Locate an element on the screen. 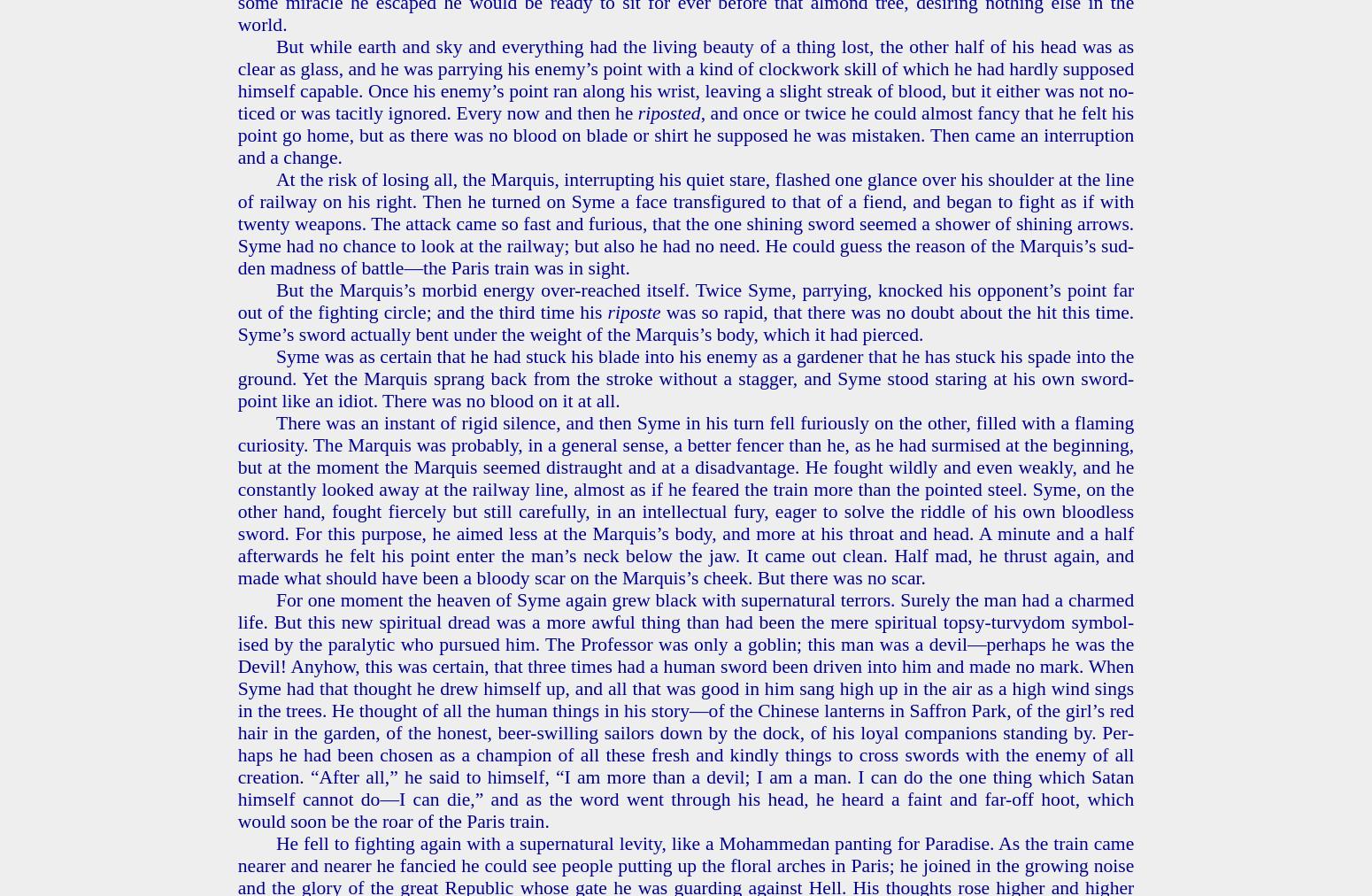 Image resolution: width=1372 pixels, height=896 pixels. 'ri­poste' is located at coordinates (606, 310).